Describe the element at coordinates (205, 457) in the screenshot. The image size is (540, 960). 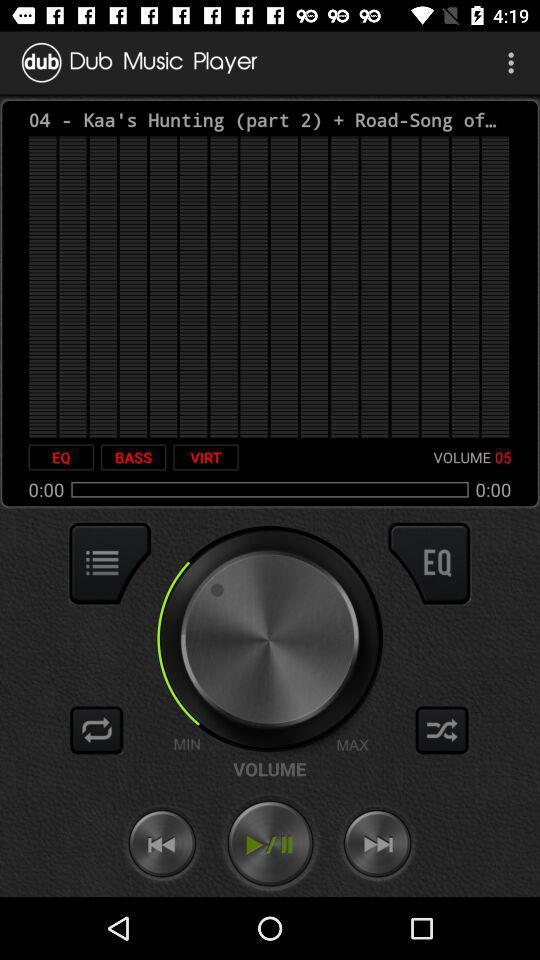
I see `the  virt  icon` at that location.